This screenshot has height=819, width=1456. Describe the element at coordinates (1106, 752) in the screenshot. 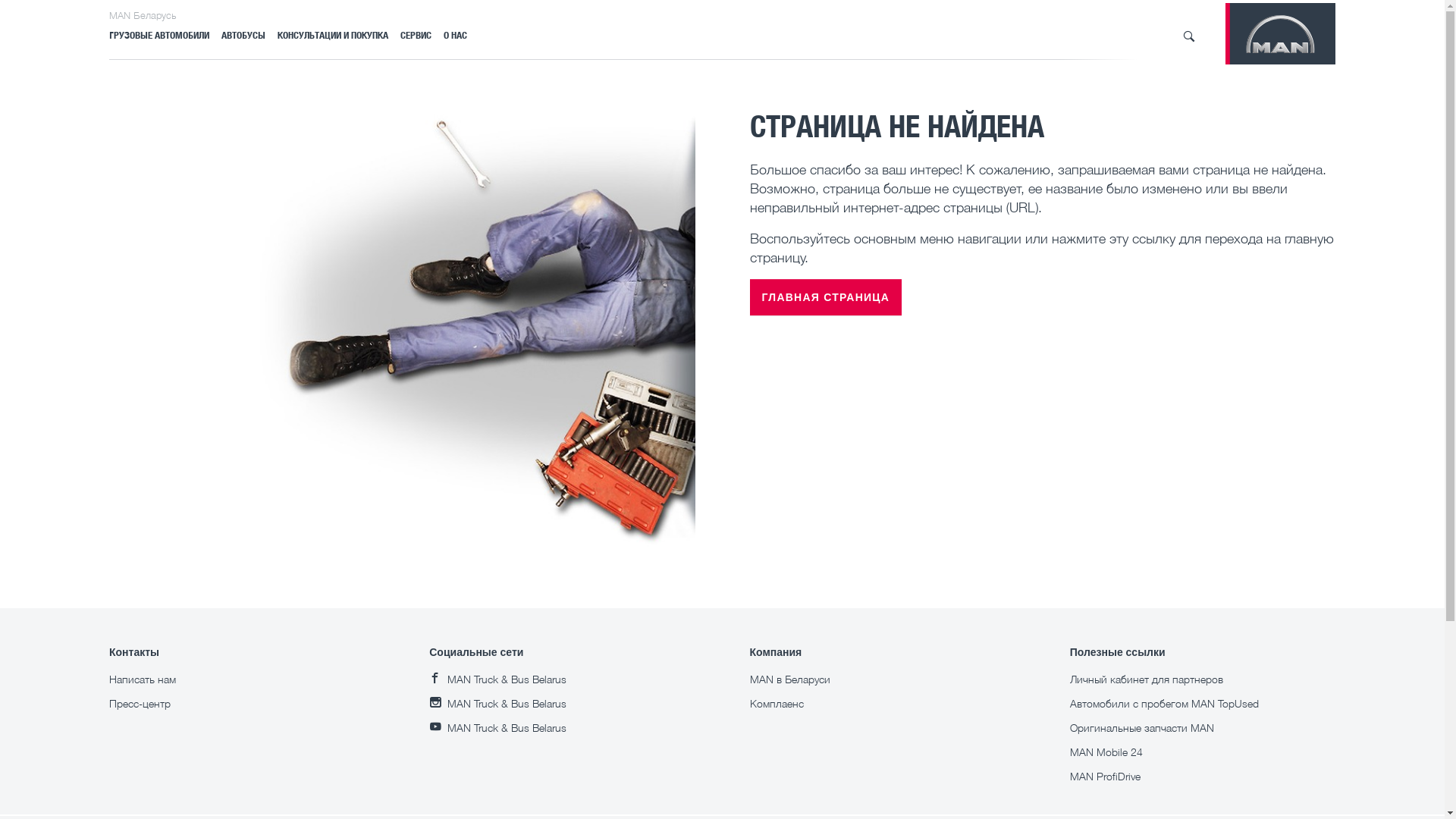

I see `'MAN Mobile 24'` at that location.